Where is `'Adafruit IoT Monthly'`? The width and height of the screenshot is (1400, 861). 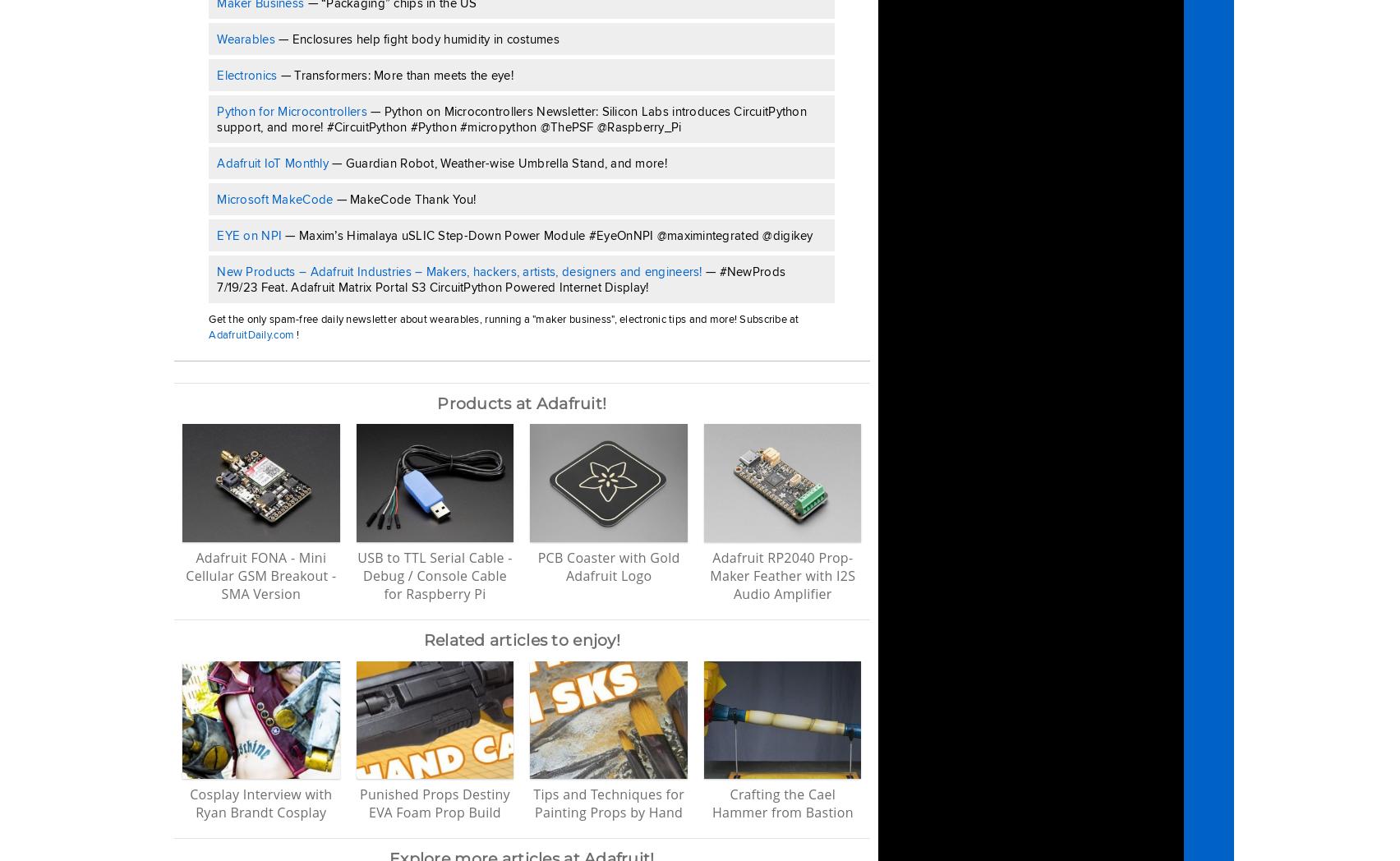 'Adafruit IoT Monthly' is located at coordinates (215, 162).